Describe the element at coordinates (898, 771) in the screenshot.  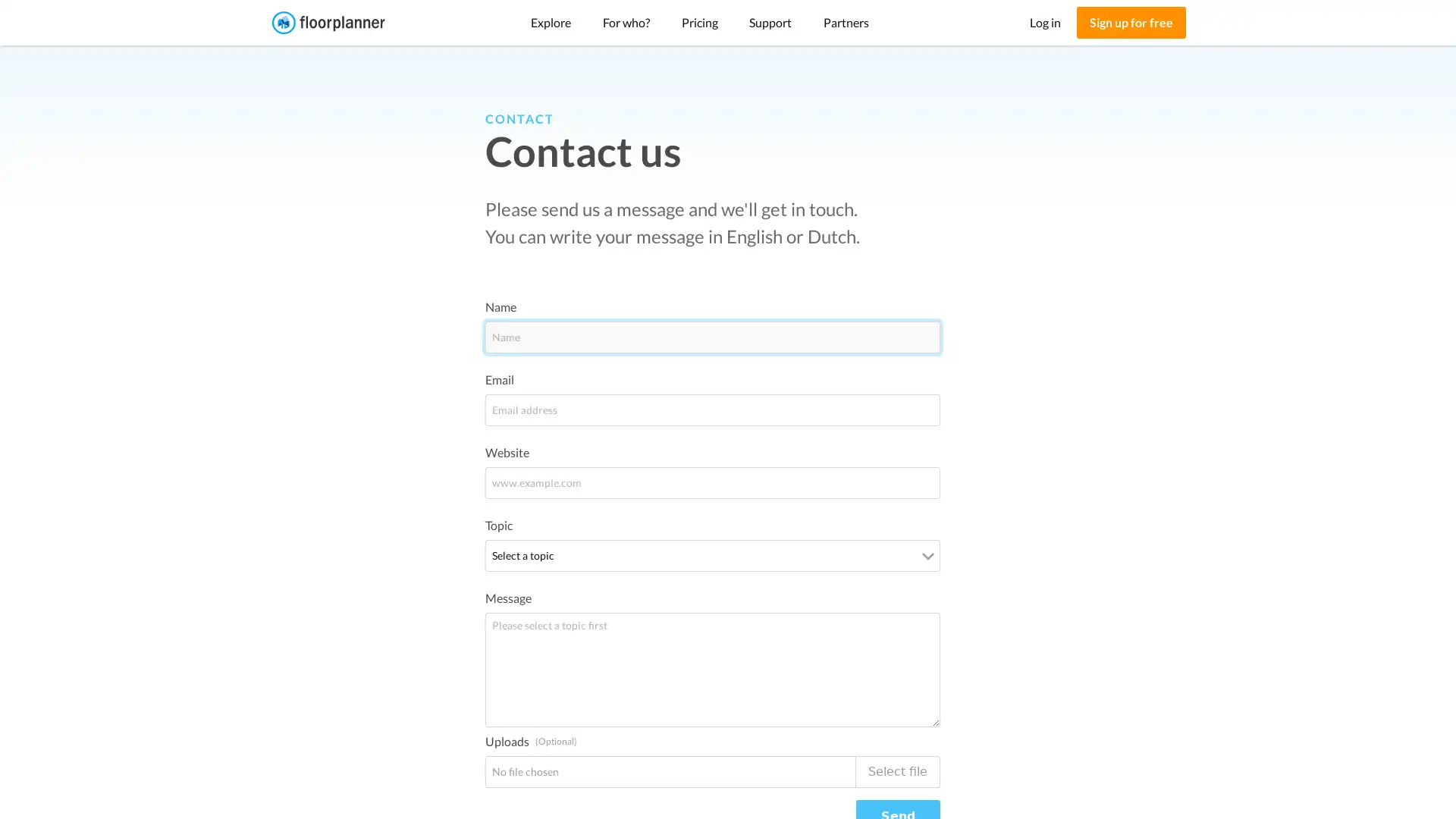
I see `Select file` at that location.